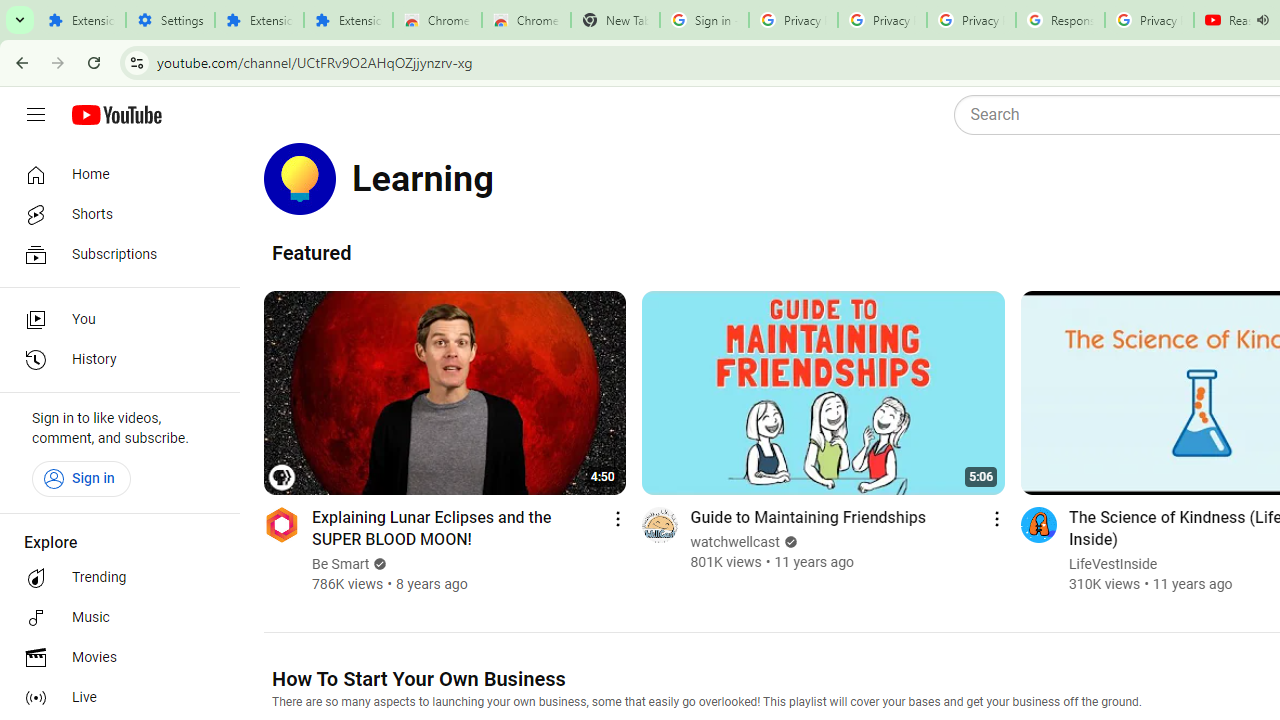 The image size is (1280, 720). Describe the element at coordinates (341, 564) in the screenshot. I see `'Be Smart'` at that location.